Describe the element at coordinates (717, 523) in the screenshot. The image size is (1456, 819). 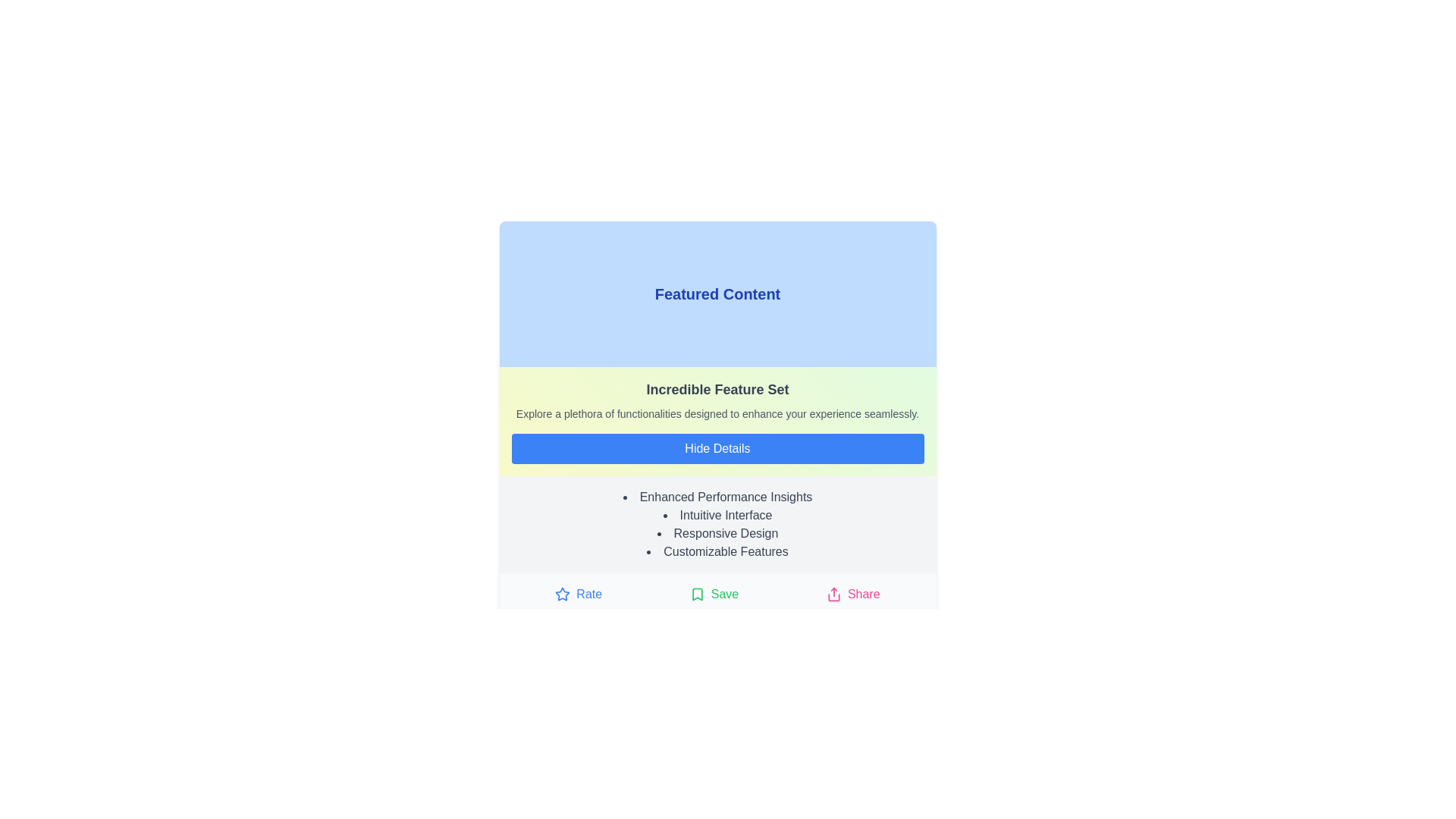
I see `the List Display section containing a bulleted list of four text items, which is located below the 'Hide Details' button and above the options labeled 'Rate', 'Save', and 'Share'` at that location.